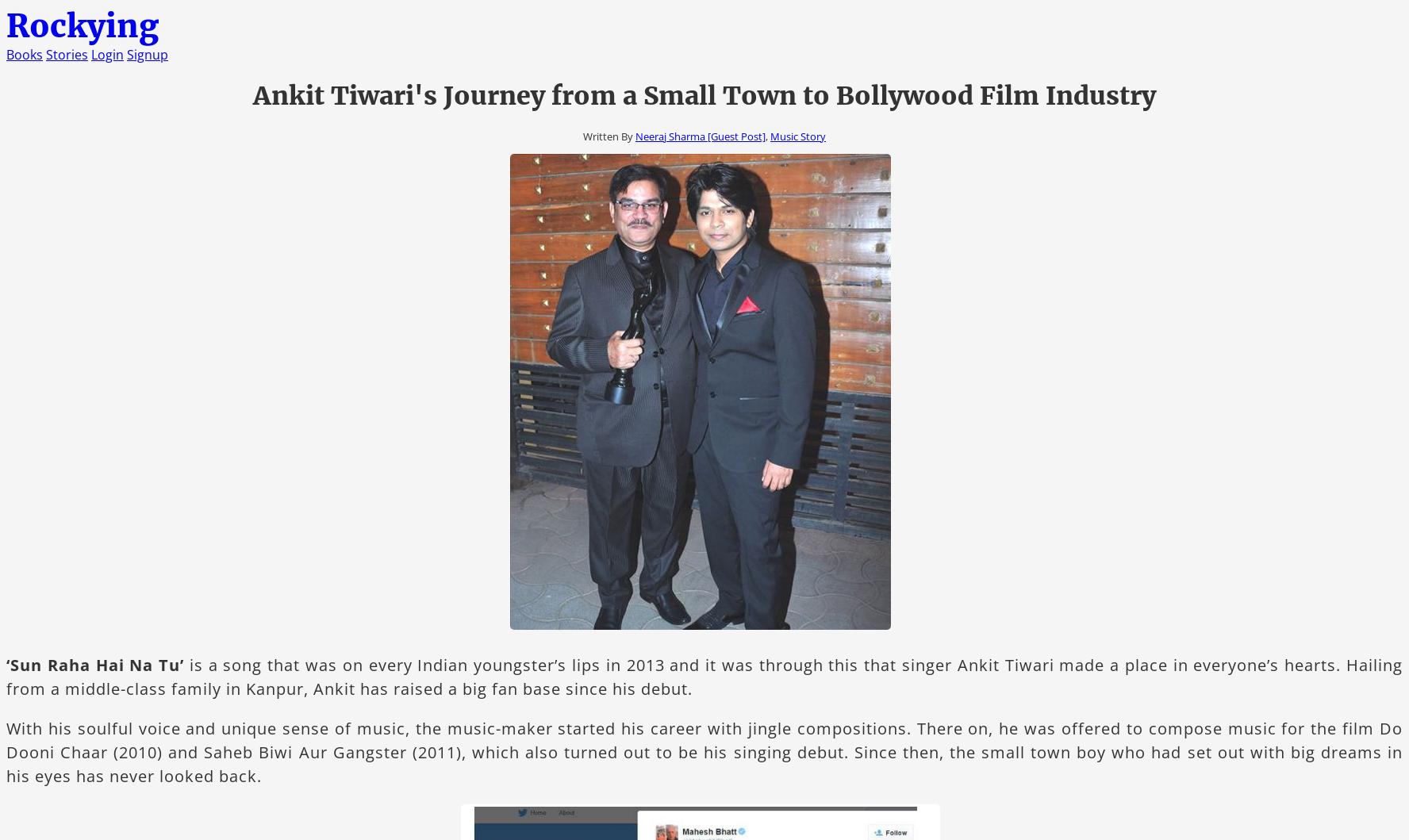 Image resolution: width=1409 pixels, height=840 pixels. Describe the element at coordinates (583, 135) in the screenshot. I see `'Written By'` at that location.